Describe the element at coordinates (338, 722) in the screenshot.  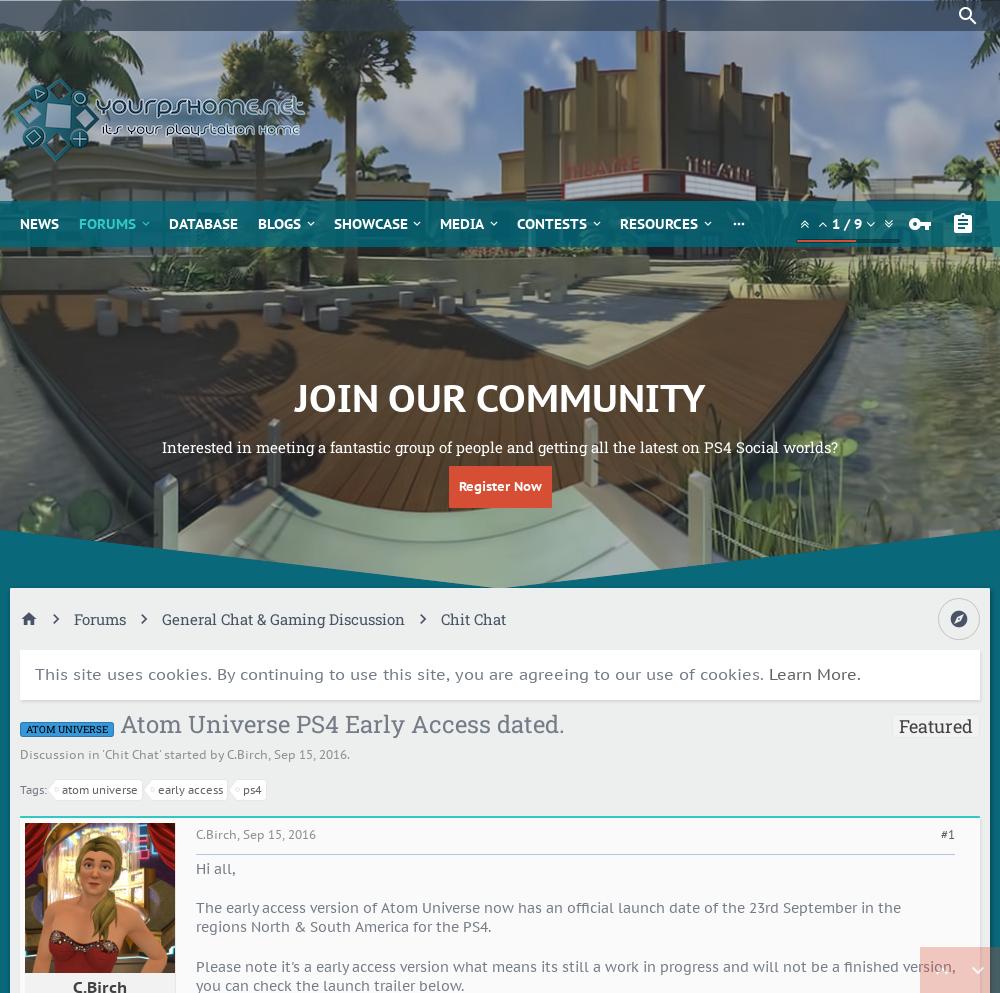
I see `'Atom Universe PS4 Early Access dated.'` at that location.